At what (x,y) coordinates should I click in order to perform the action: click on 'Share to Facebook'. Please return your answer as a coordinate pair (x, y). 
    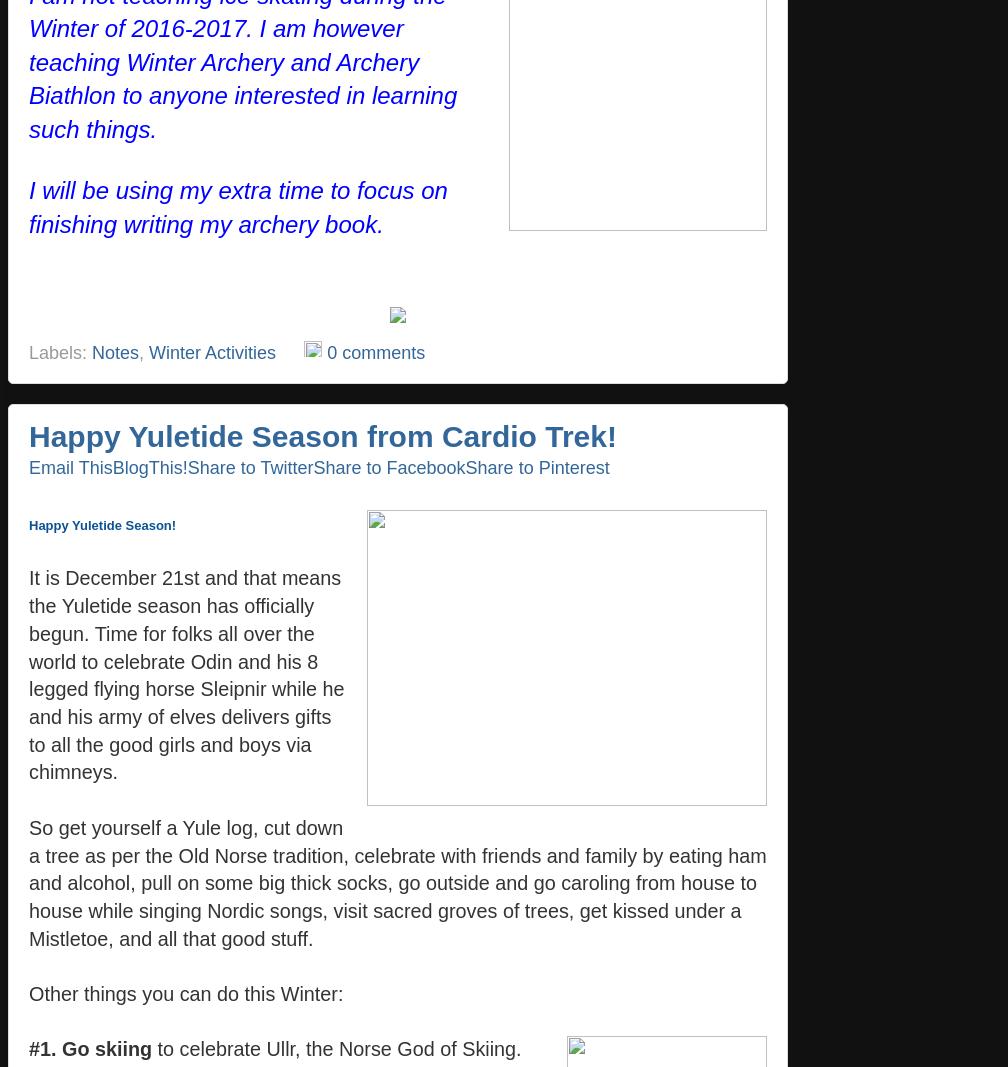
    Looking at the image, I should click on (388, 466).